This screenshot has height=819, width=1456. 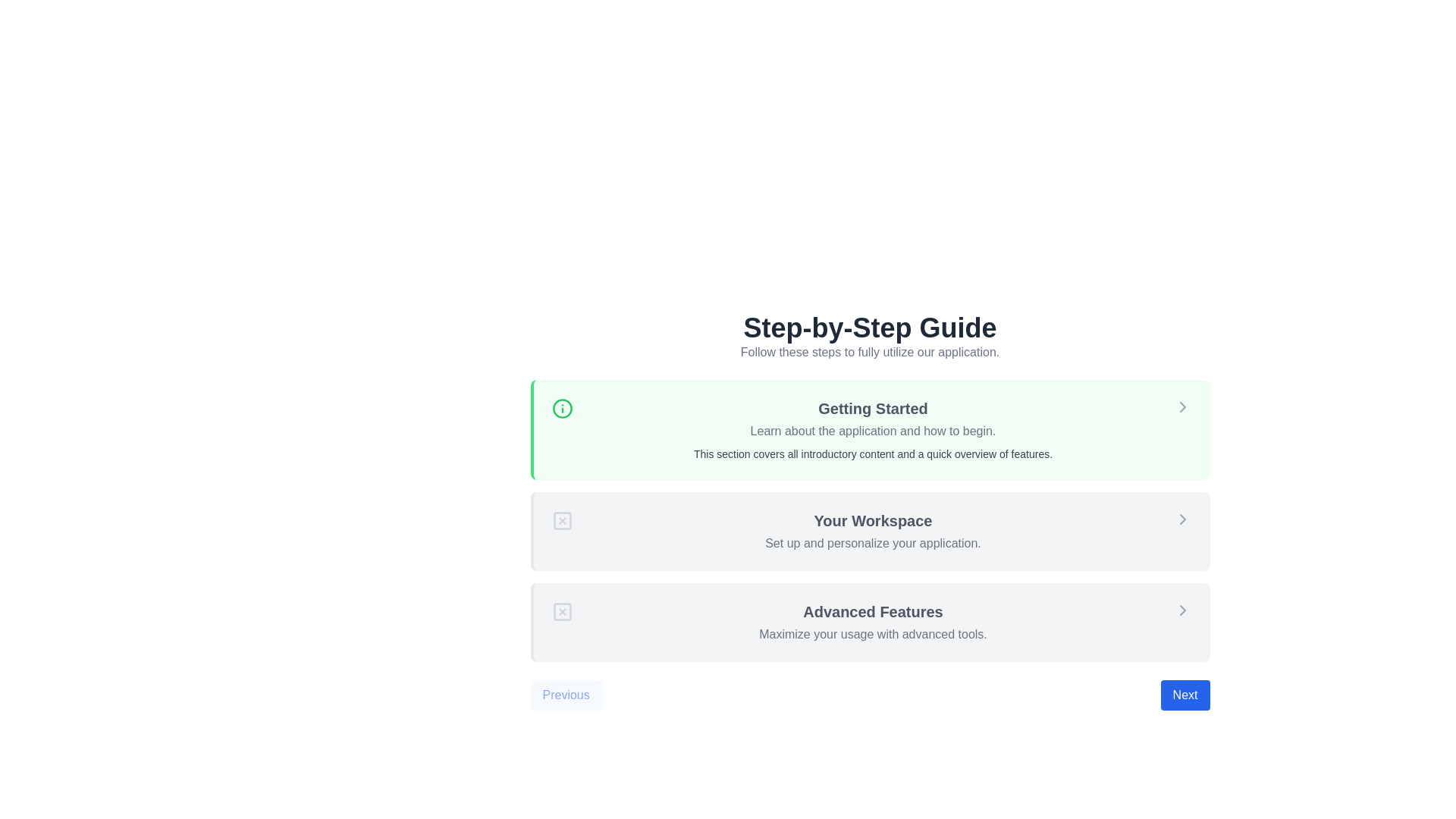 I want to click on text from the Header with subtitle that displays 'Step-by-Step Guide' and 'Follow these steps to fully utilize our application.', so click(x=870, y=336).